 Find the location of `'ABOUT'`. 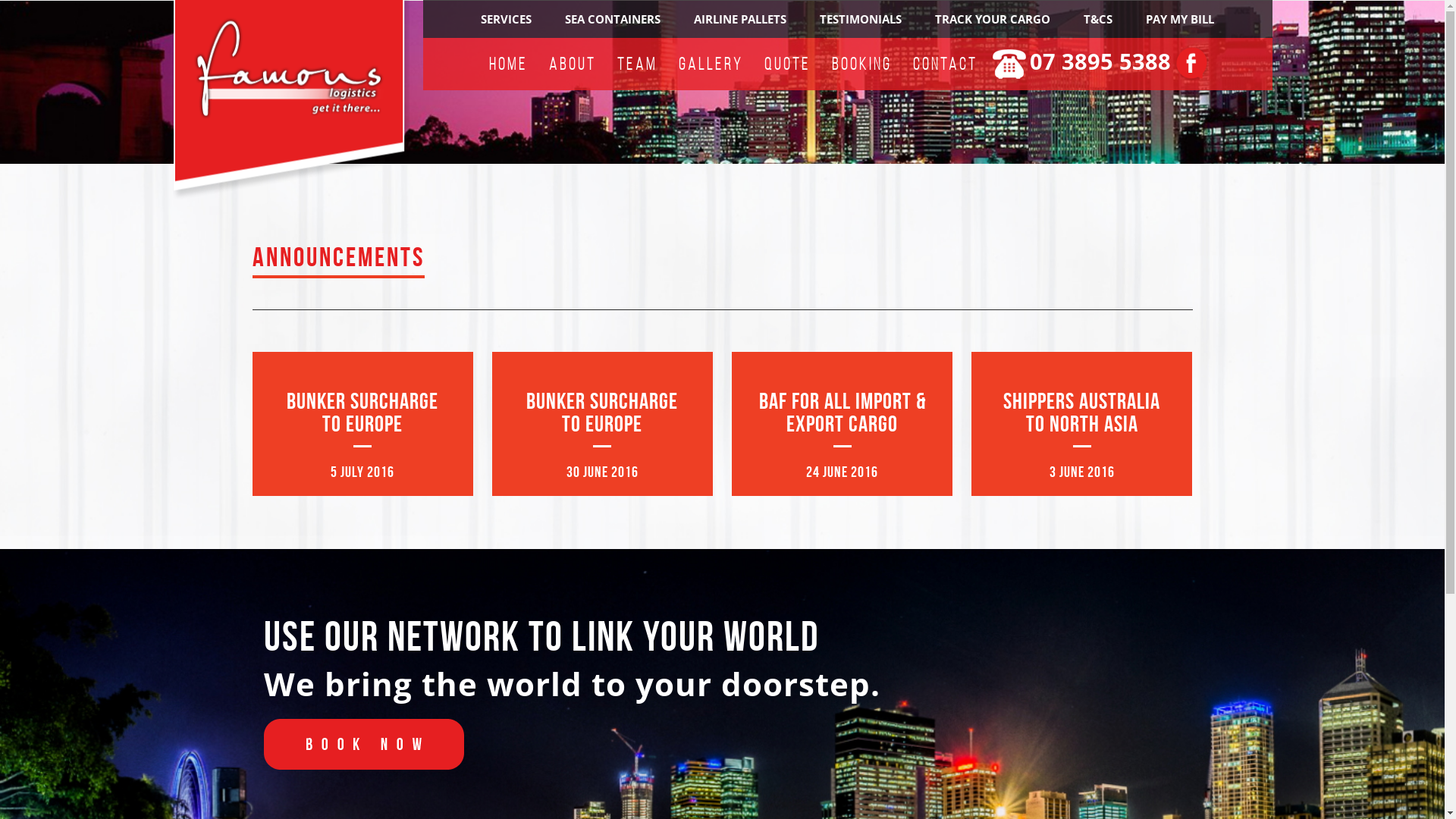

'ABOUT' is located at coordinates (574, 63).